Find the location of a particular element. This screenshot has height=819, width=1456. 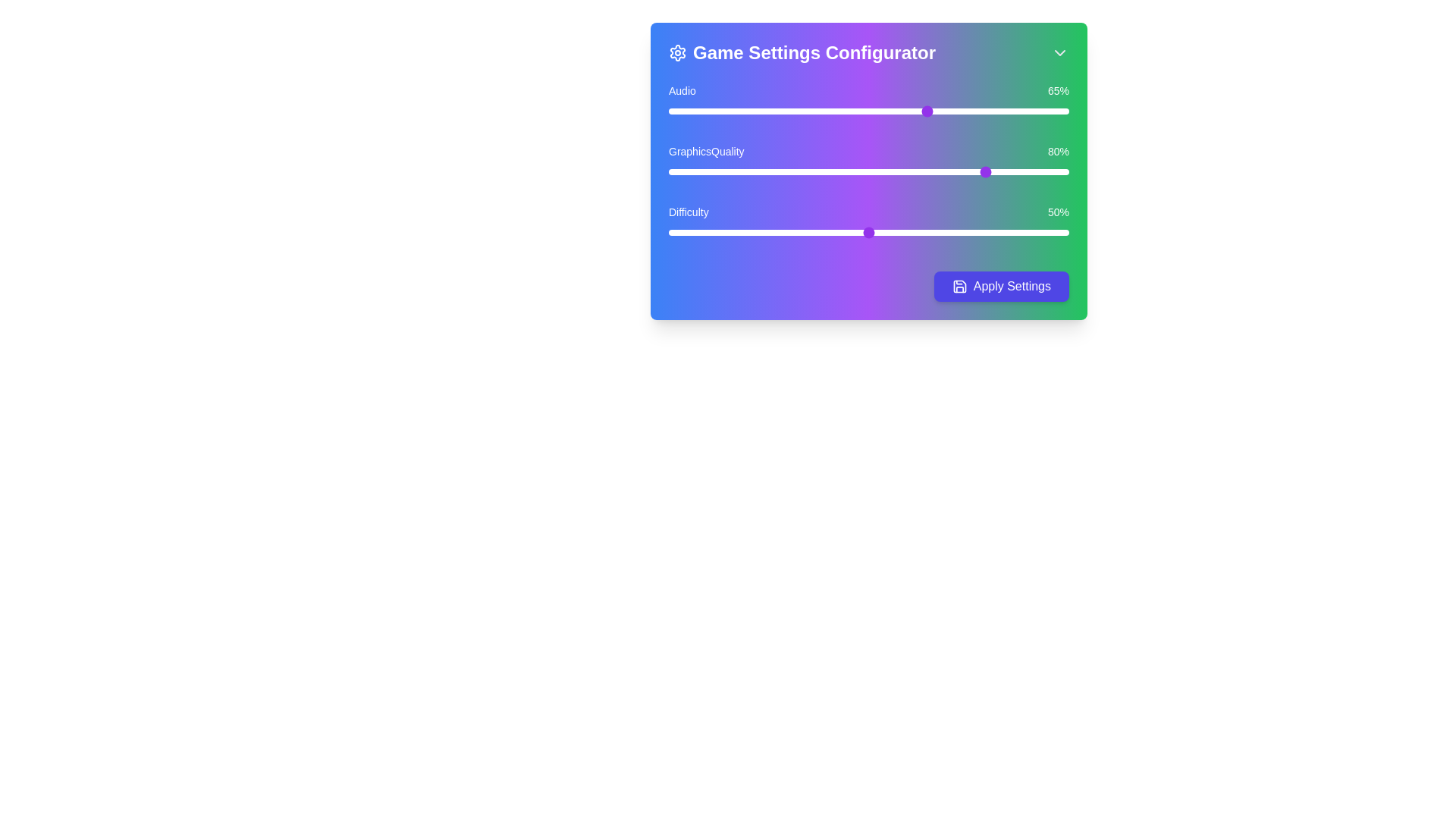

the audio volume is located at coordinates (752, 110).